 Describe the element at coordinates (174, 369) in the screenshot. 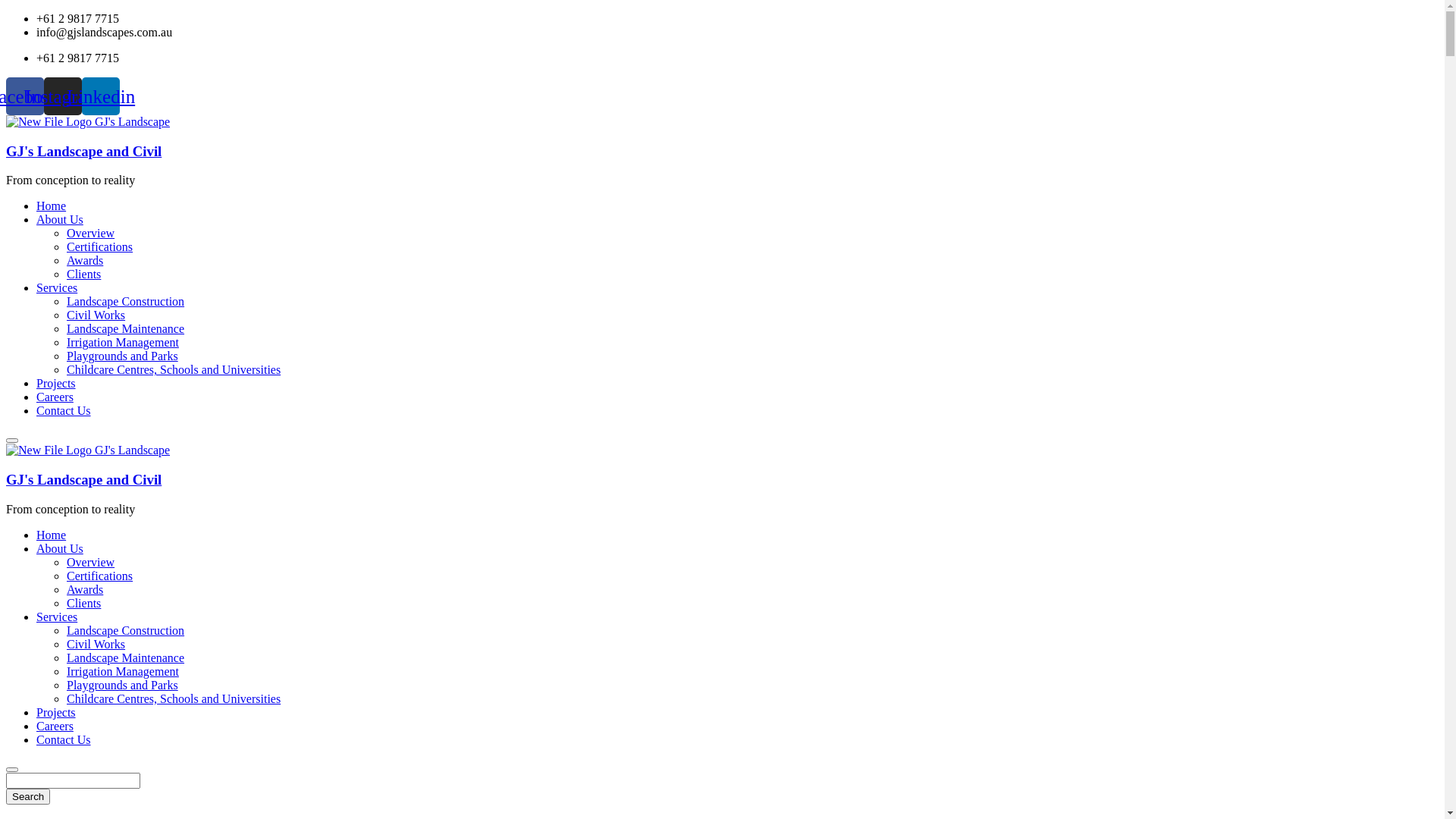

I see `'Childcare Centres, Schools and Universities'` at that location.